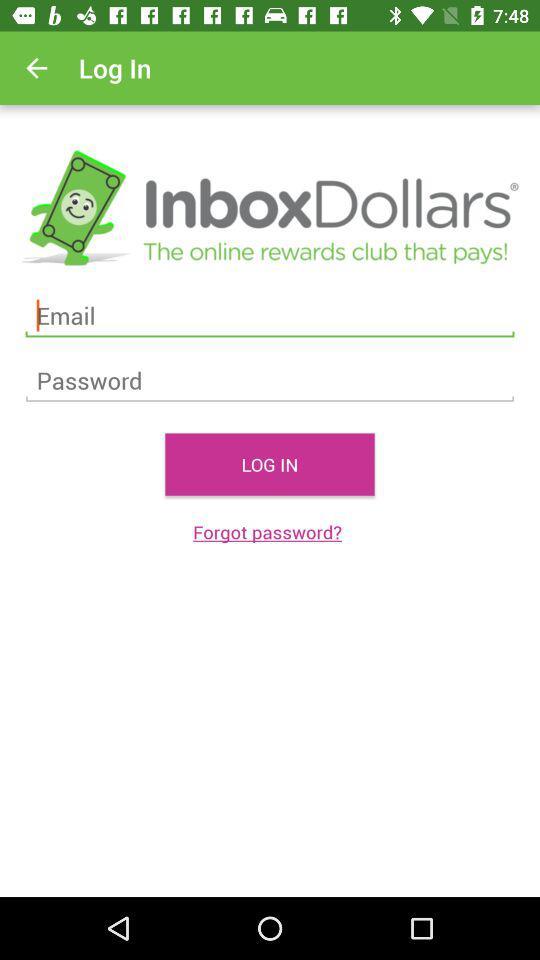 The width and height of the screenshot is (540, 960). What do you see at coordinates (269, 531) in the screenshot?
I see `the item below log in icon` at bounding box center [269, 531].